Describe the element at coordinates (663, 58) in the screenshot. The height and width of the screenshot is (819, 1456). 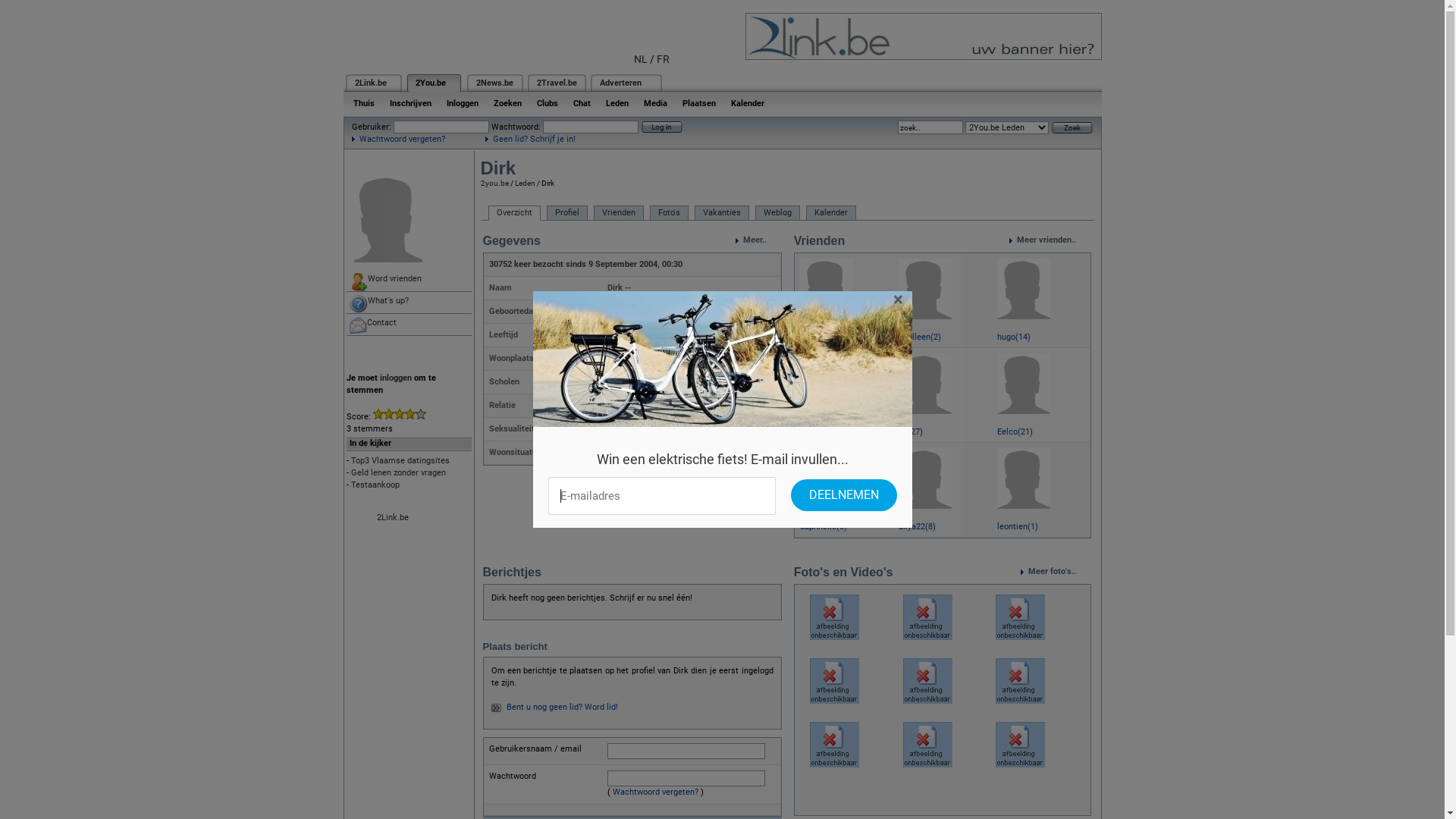
I see `'FR'` at that location.